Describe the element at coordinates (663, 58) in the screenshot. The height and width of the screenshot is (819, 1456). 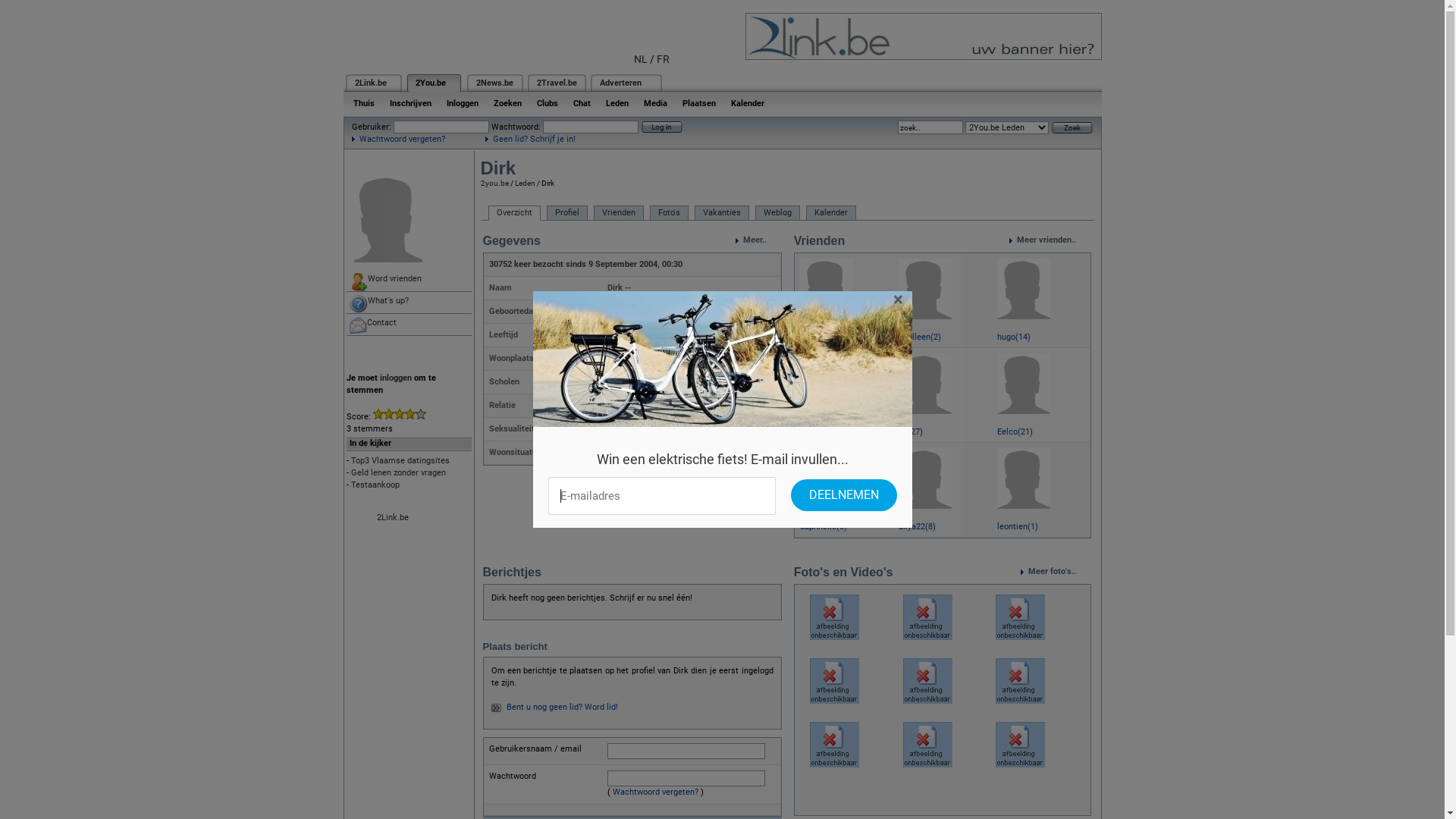
I see `'FR'` at that location.